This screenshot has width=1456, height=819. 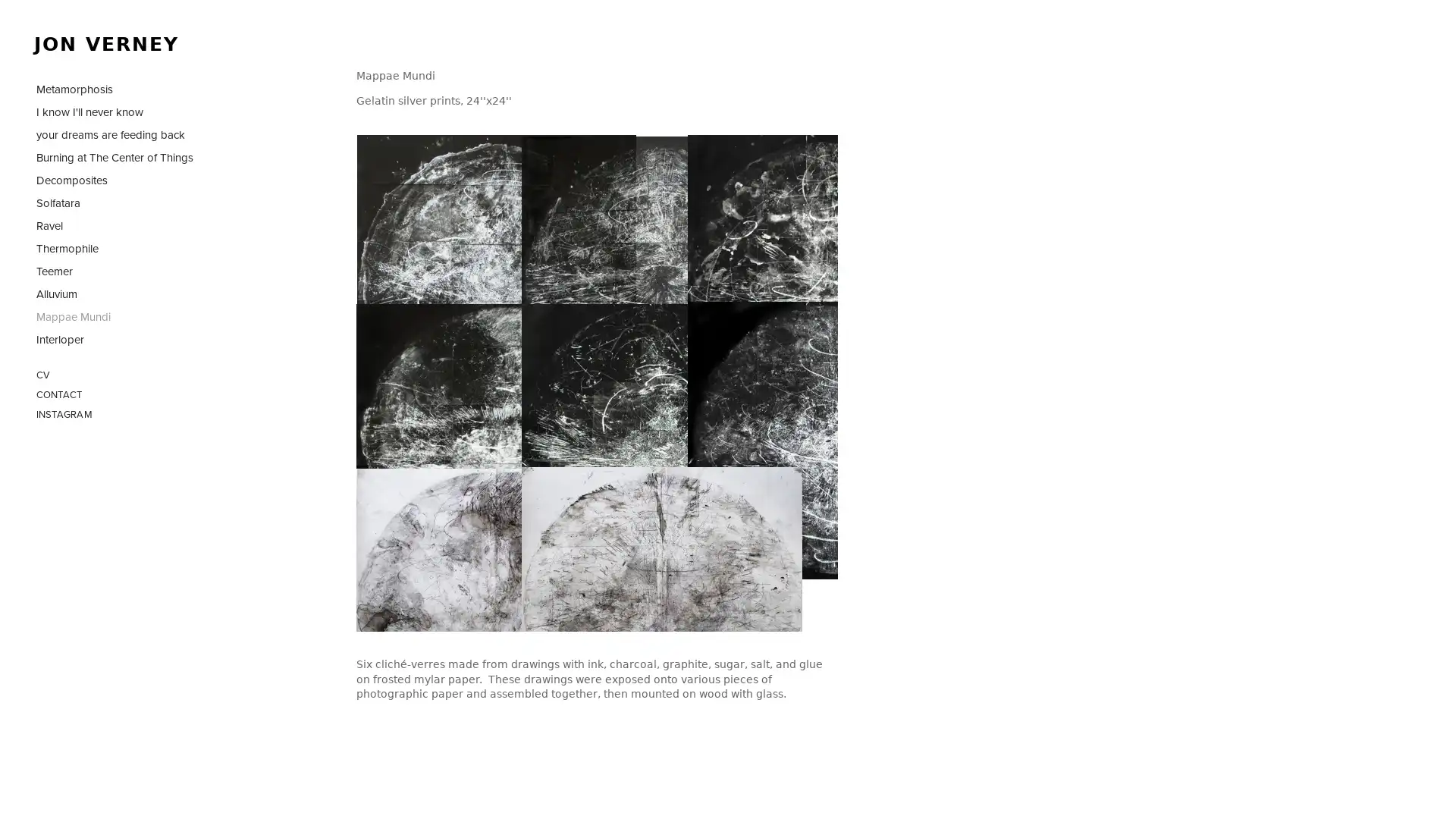 I want to click on View fullsize mundi6+copy.jpg, so click(x=596, y=209).